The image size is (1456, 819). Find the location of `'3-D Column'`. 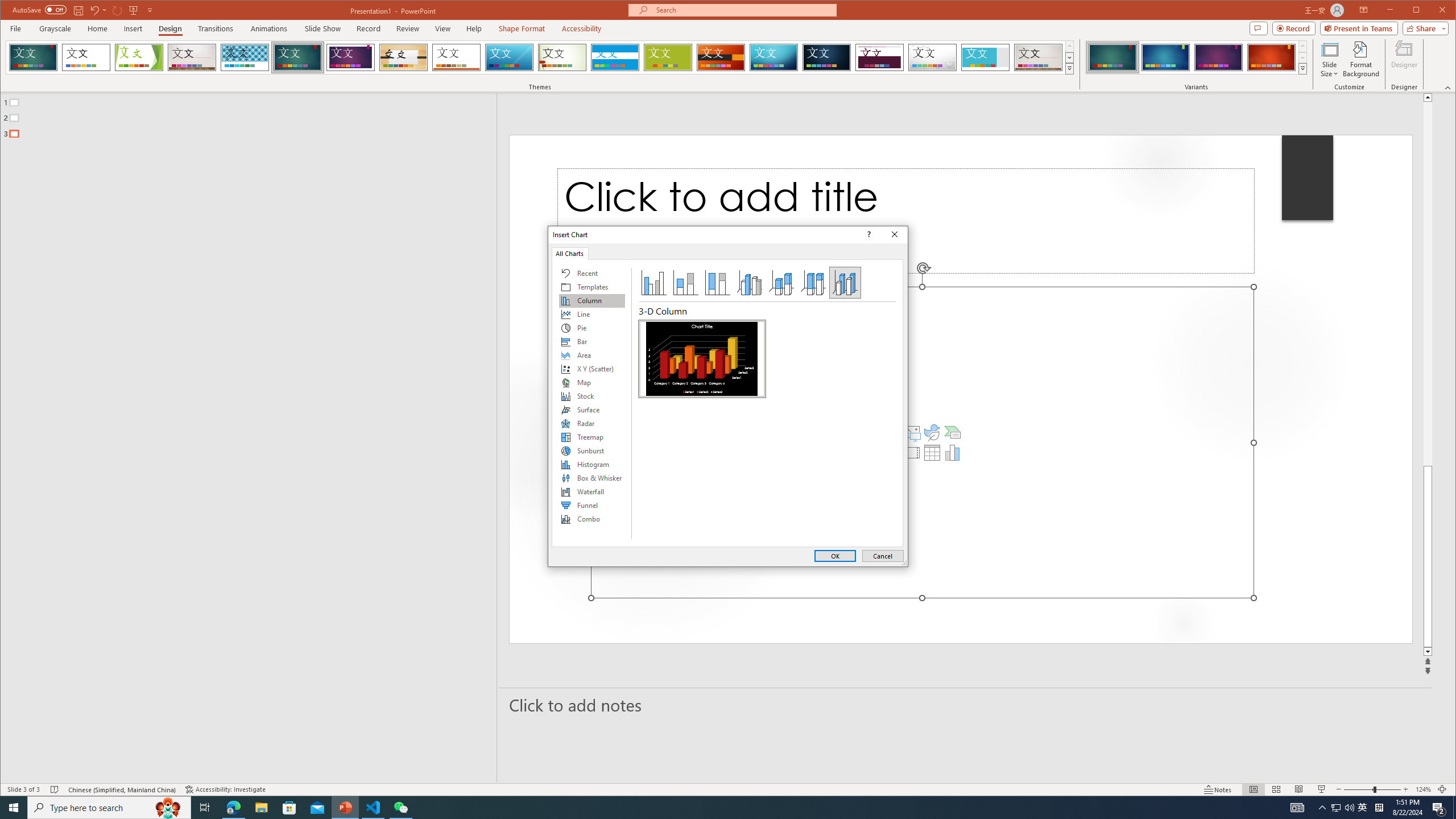

'3-D Column' is located at coordinates (701, 358).